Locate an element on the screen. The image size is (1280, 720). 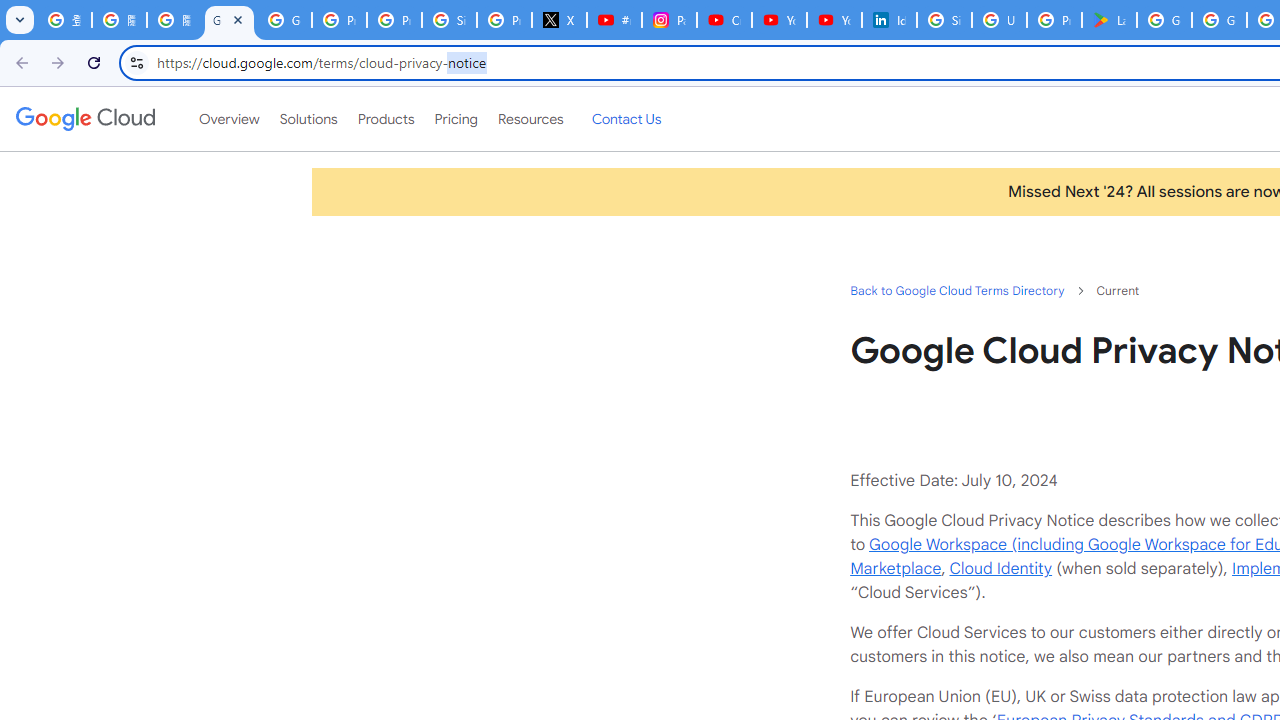
'Google Cloud' is located at coordinates (84, 119).